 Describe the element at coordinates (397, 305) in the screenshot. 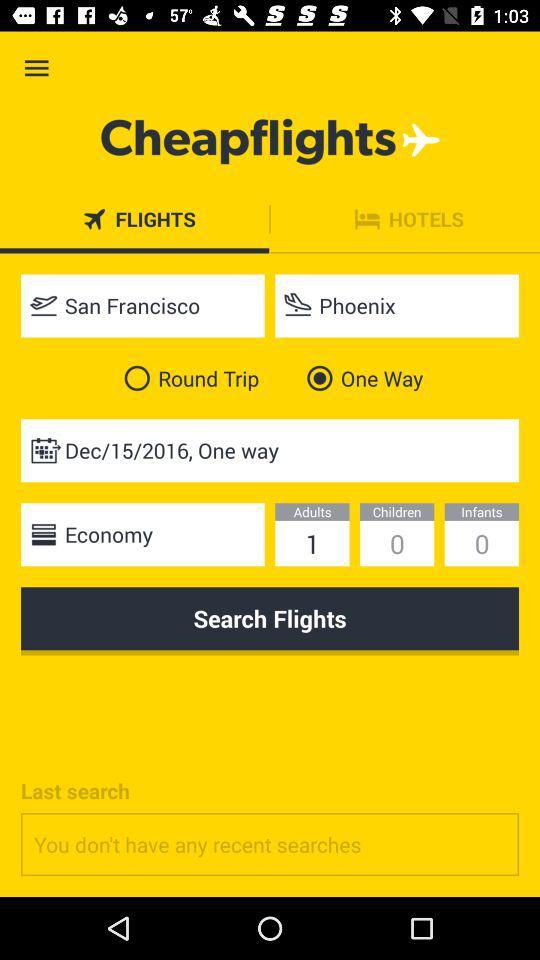

I see `item next to the san francisco item` at that location.